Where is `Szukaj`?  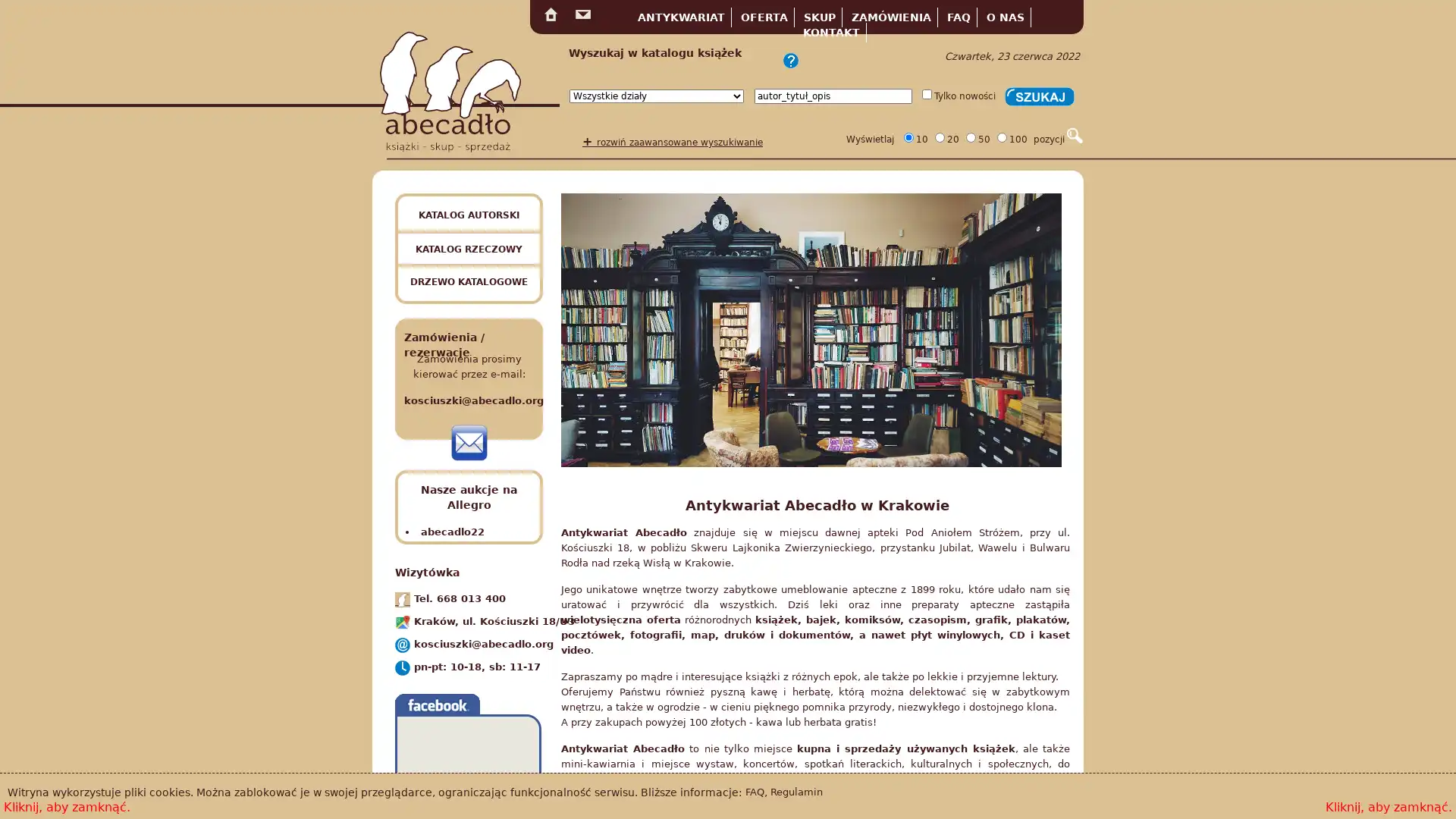
Szukaj is located at coordinates (1039, 96).